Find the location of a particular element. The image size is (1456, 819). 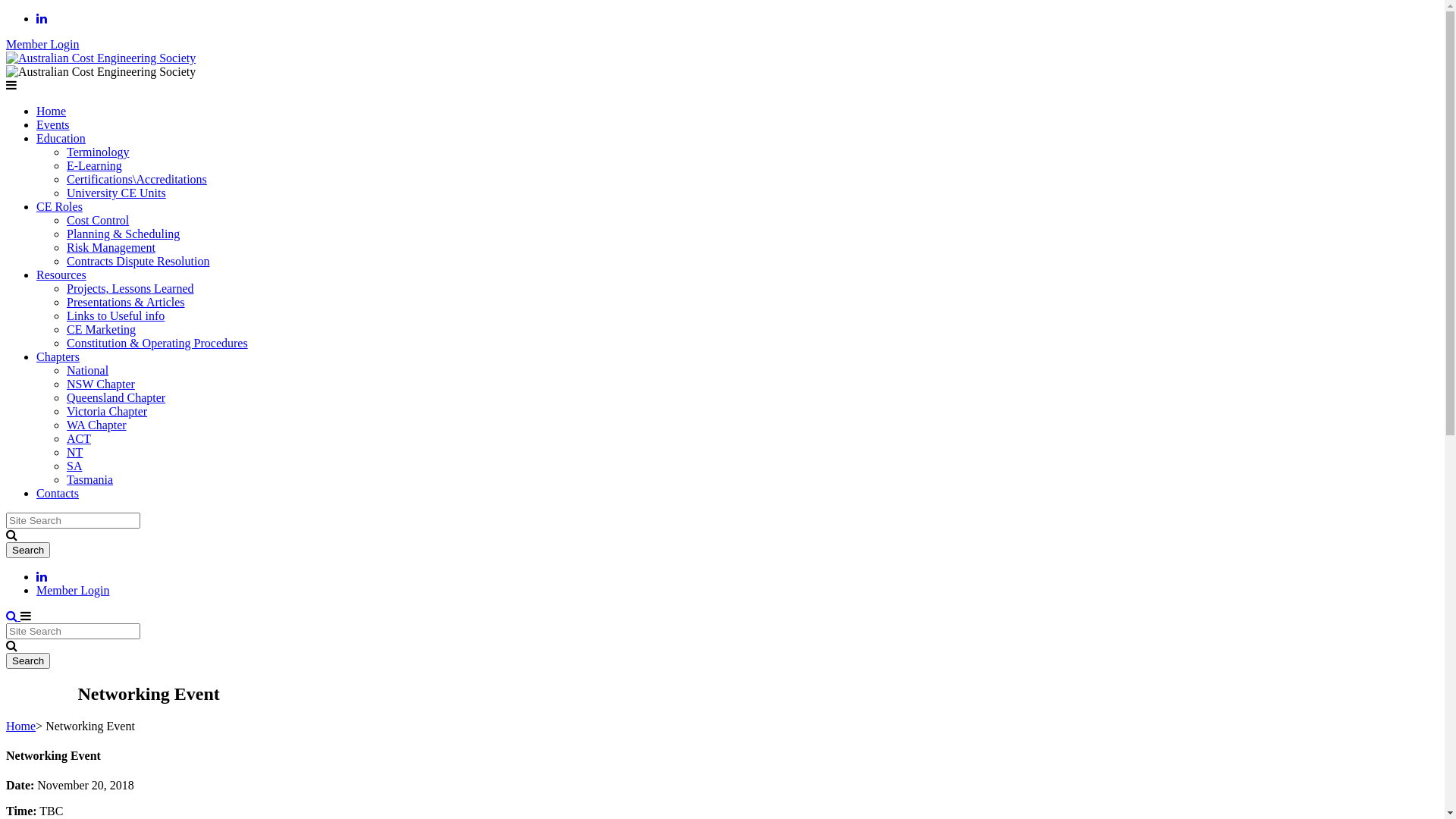

'Contracts Dispute Resolution' is located at coordinates (65, 260).